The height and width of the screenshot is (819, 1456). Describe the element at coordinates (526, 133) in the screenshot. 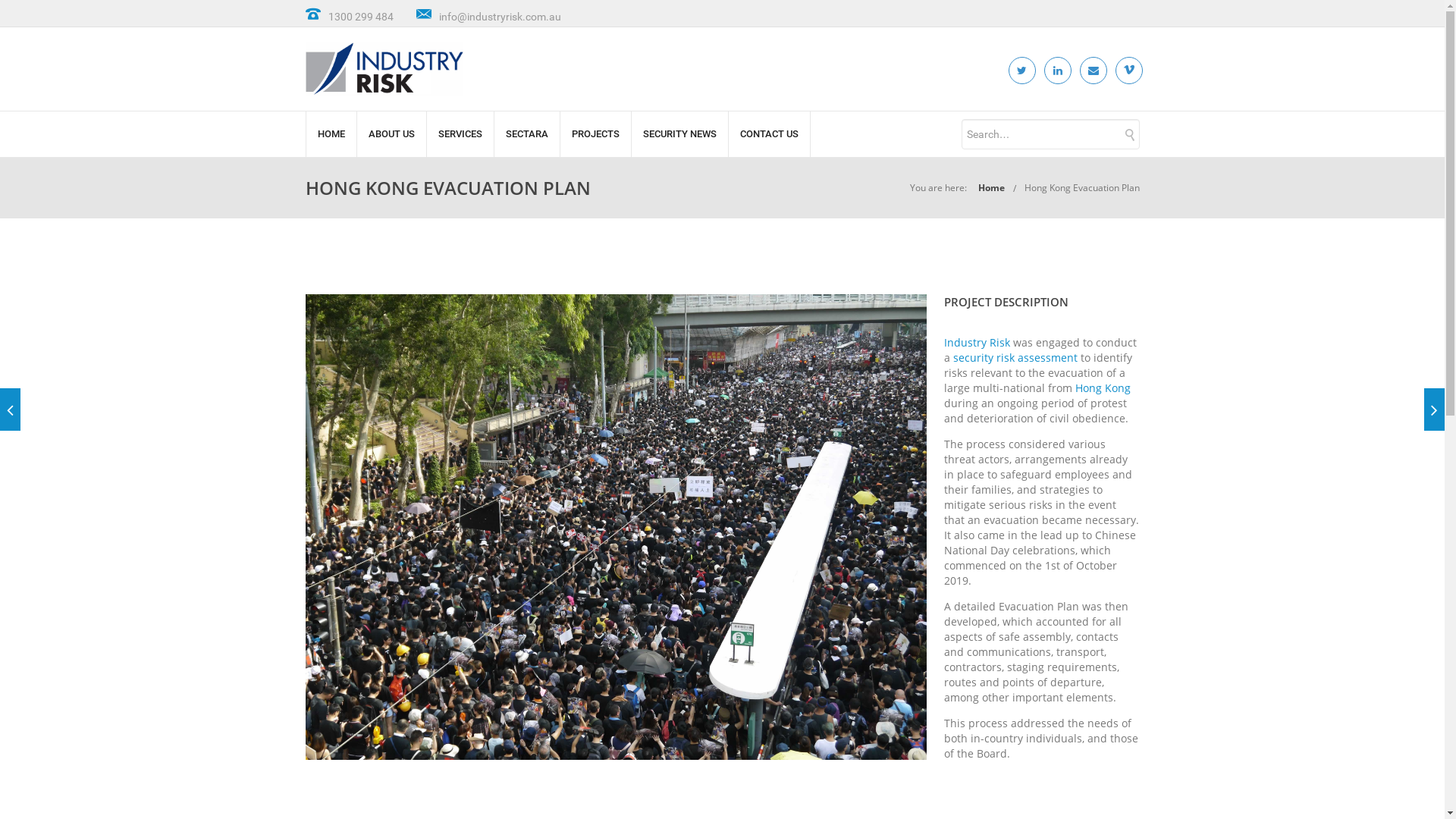

I see `'SECTARA'` at that location.